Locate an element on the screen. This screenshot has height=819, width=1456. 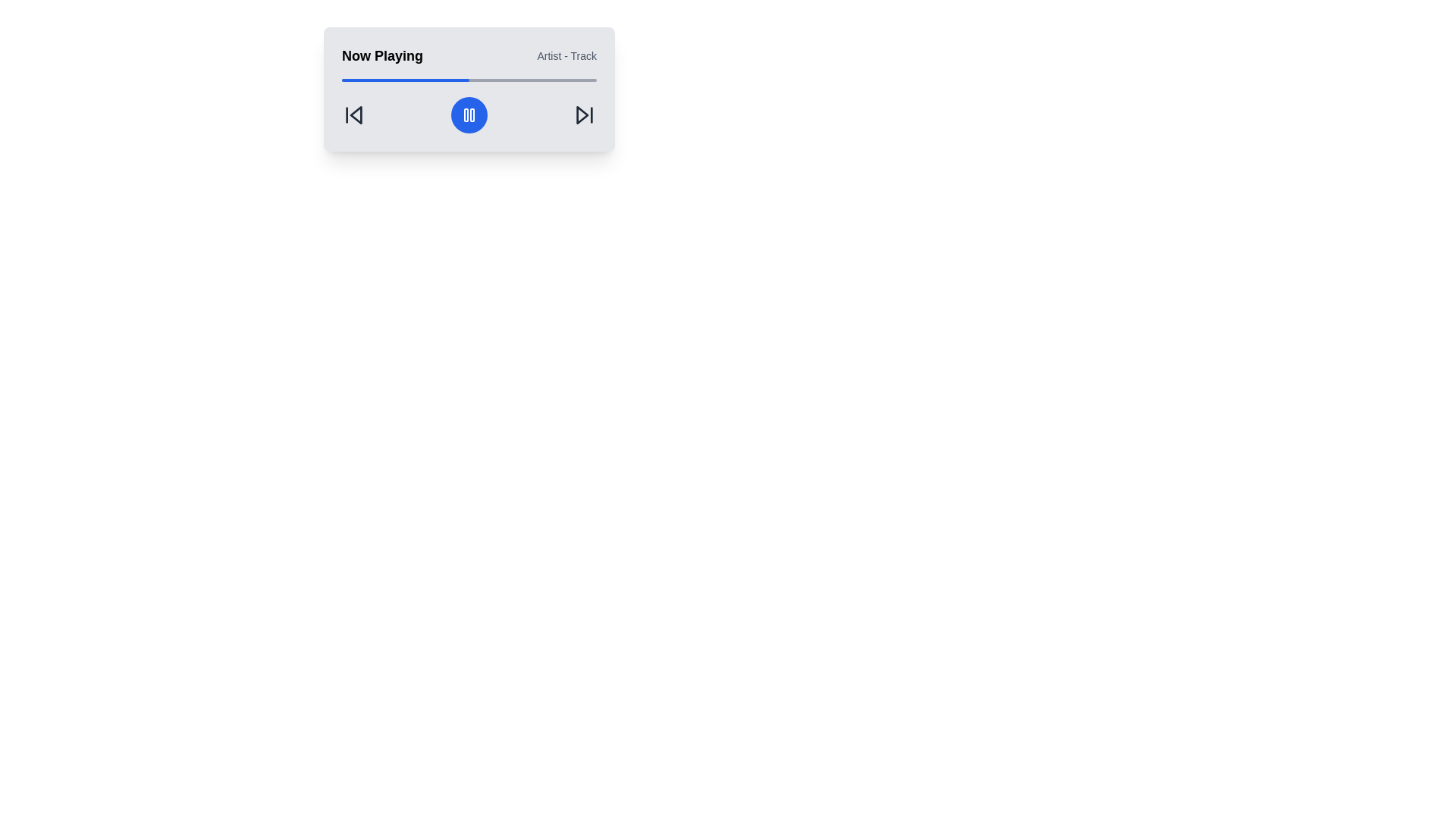
the progress of the bar is located at coordinates (576, 80).